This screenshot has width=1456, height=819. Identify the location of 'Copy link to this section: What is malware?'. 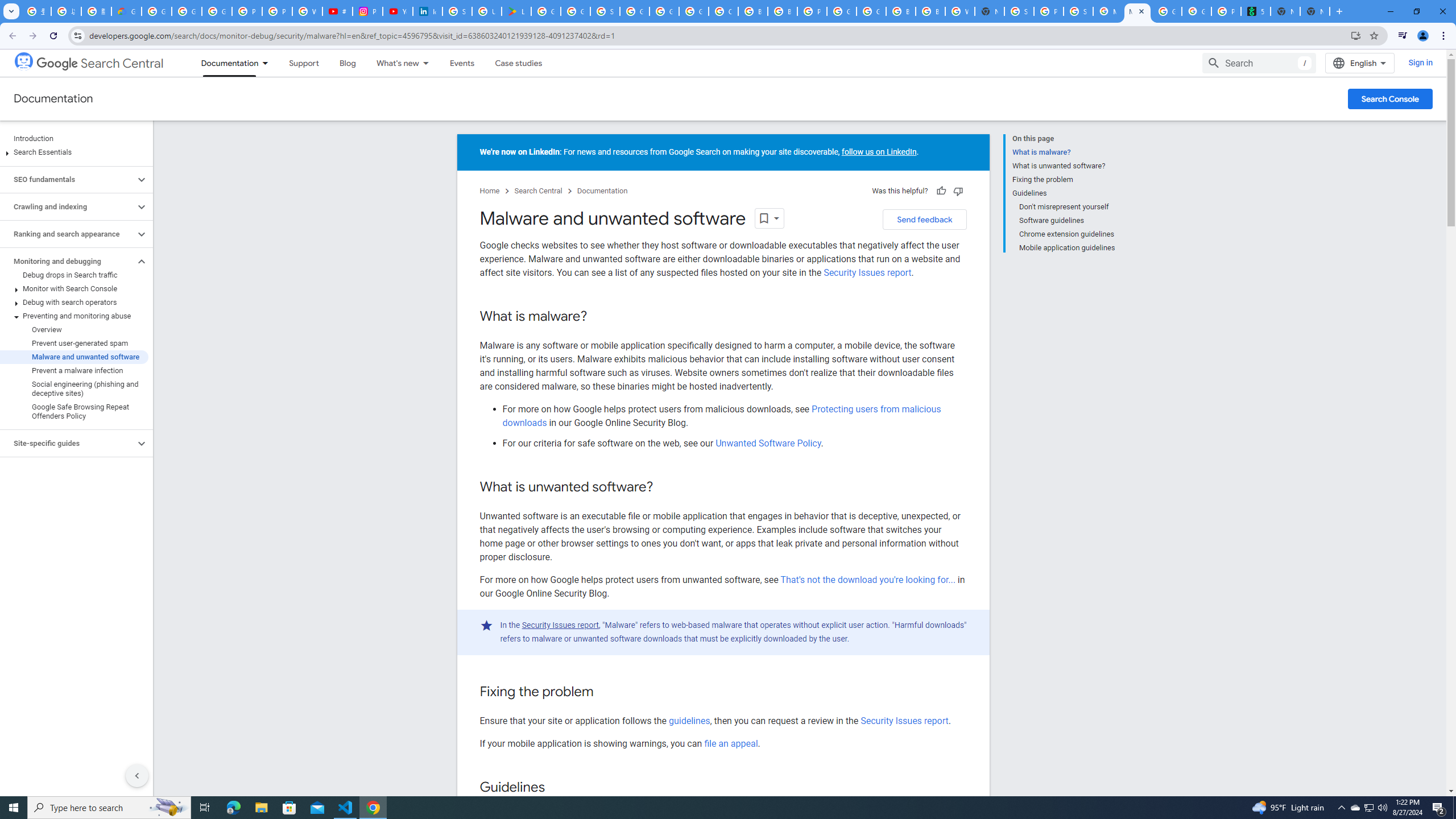
(598, 316).